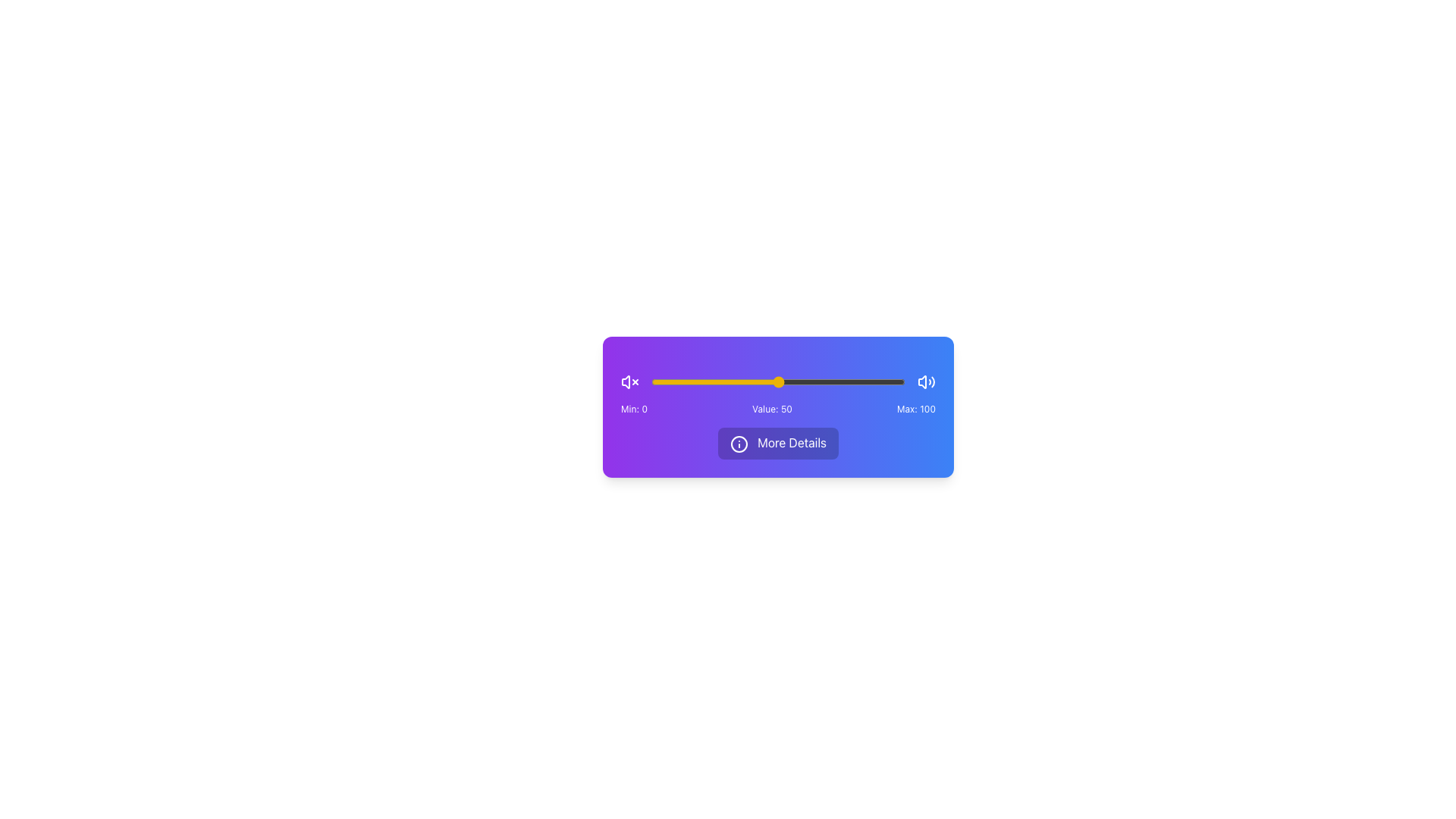  I want to click on the arrow-like icon located in the right part of the blue-themed interface card, which is part of a central icon group, so click(921, 381).